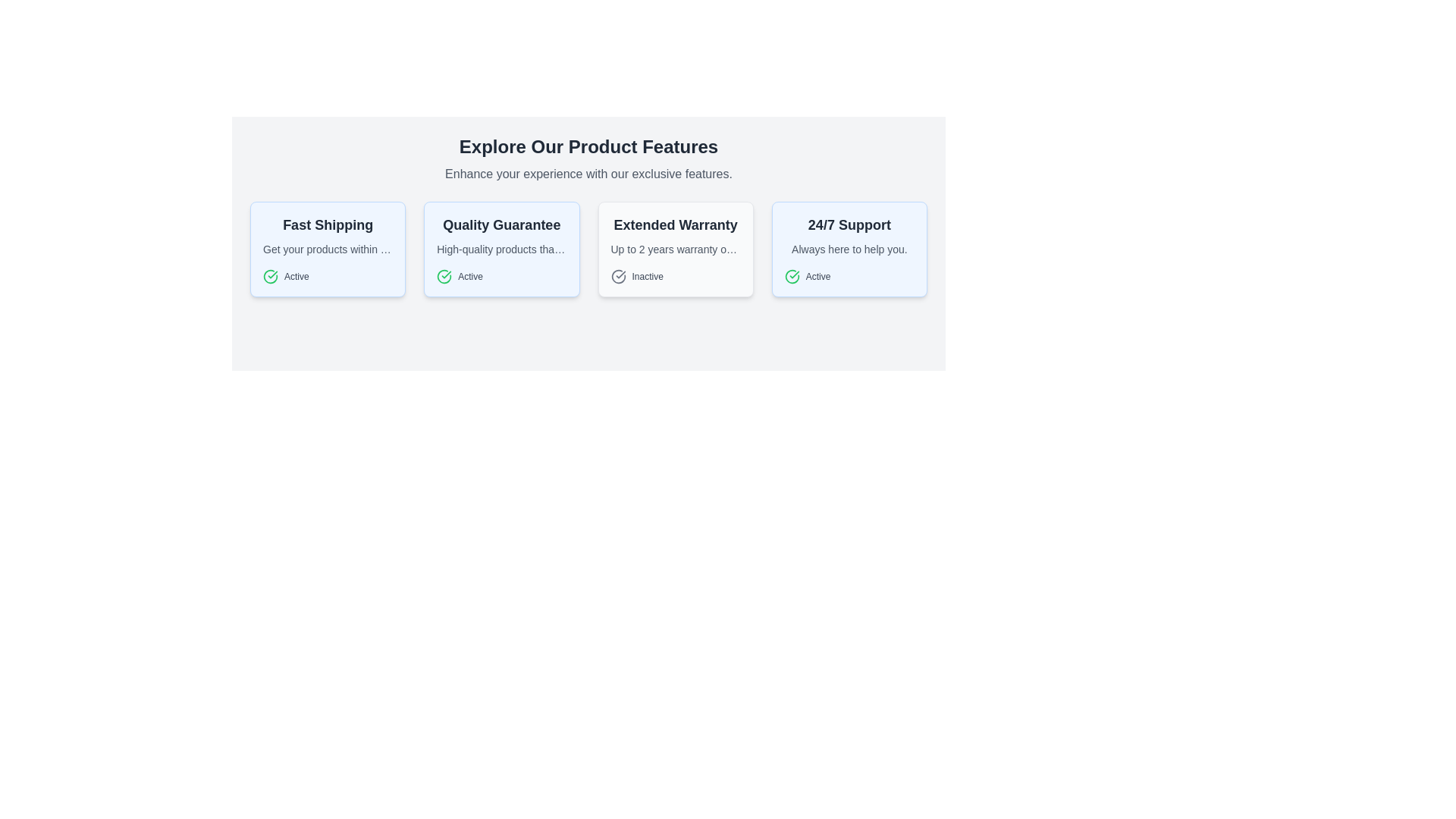  I want to click on the active status indicator icon for the 'Quality Guarantee' feature located in the second card labeled 'Quality Guarantee', so click(444, 277).